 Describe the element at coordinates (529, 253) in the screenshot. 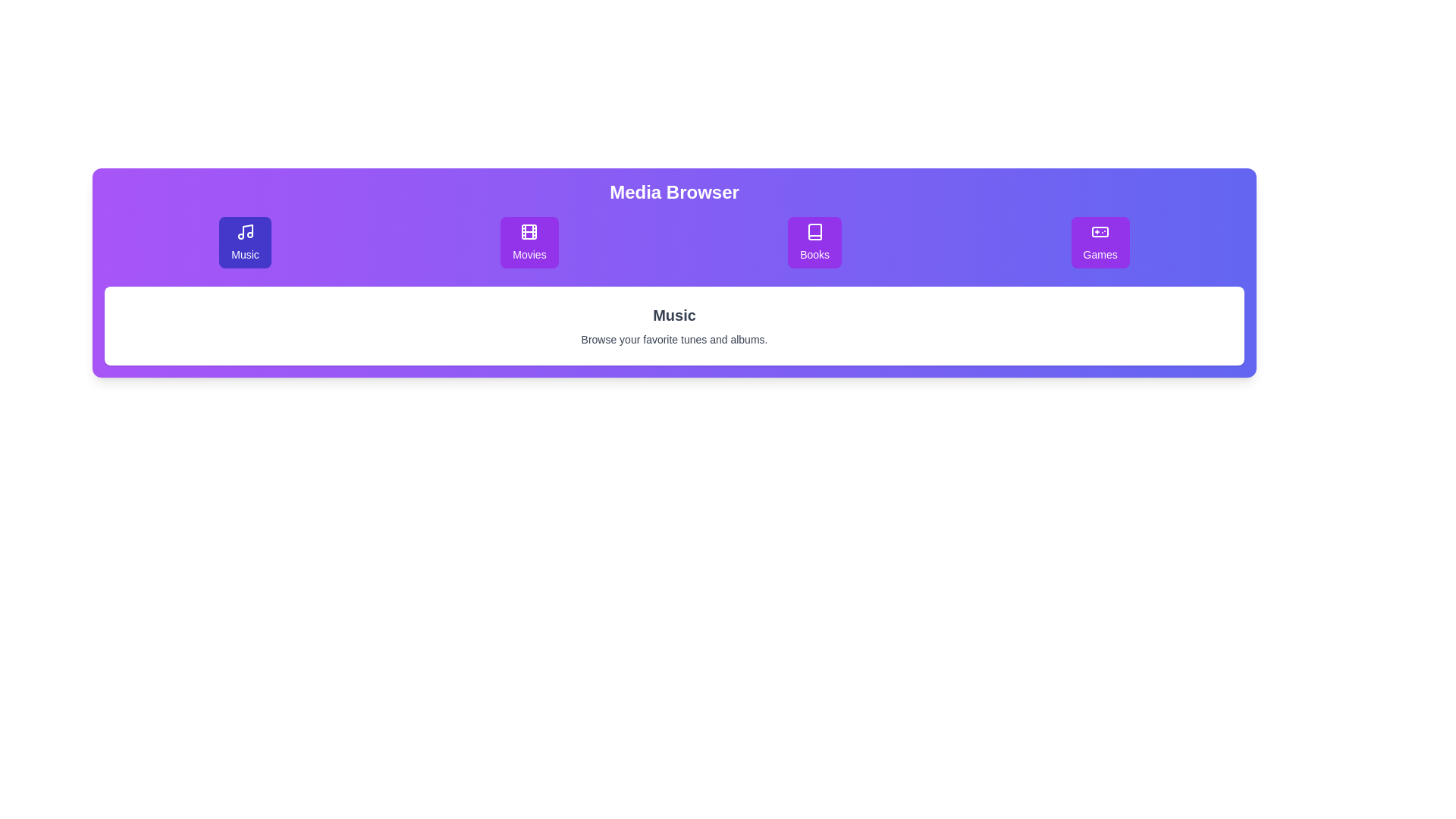

I see `the text label indicating the function of the 'Movies' navigation button, which is located at the bottom center of the button with a film reel icon above it` at that location.